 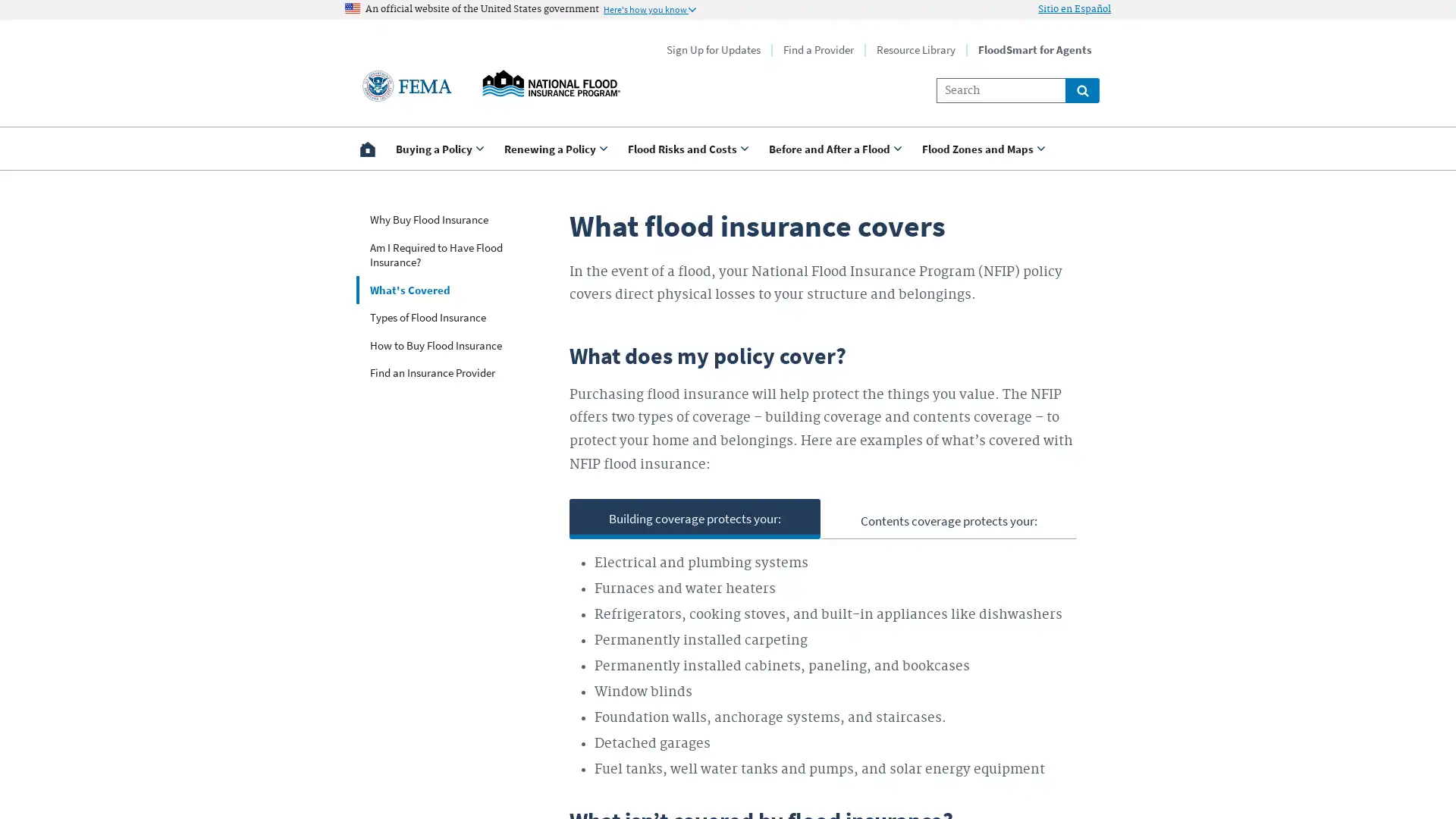 What do you see at coordinates (1081, 90) in the screenshot?
I see `Global search for site links and content throught floodsmart` at bounding box center [1081, 90].